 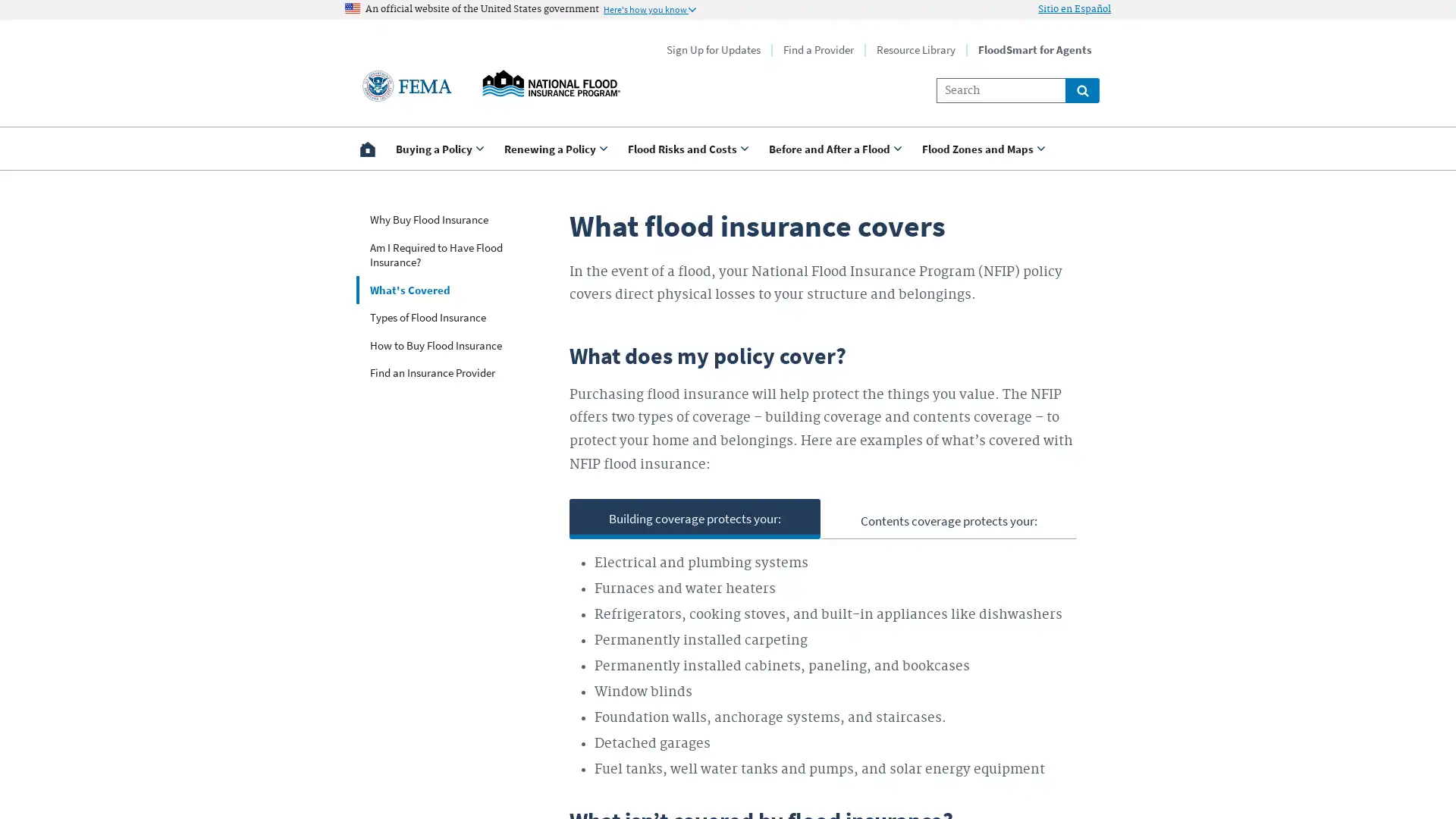 What do you see at coordinates (1081, 90) in the screenshot?
I see `Global search for site links and content throught floodsmart` at bounding box center [1081, 90].